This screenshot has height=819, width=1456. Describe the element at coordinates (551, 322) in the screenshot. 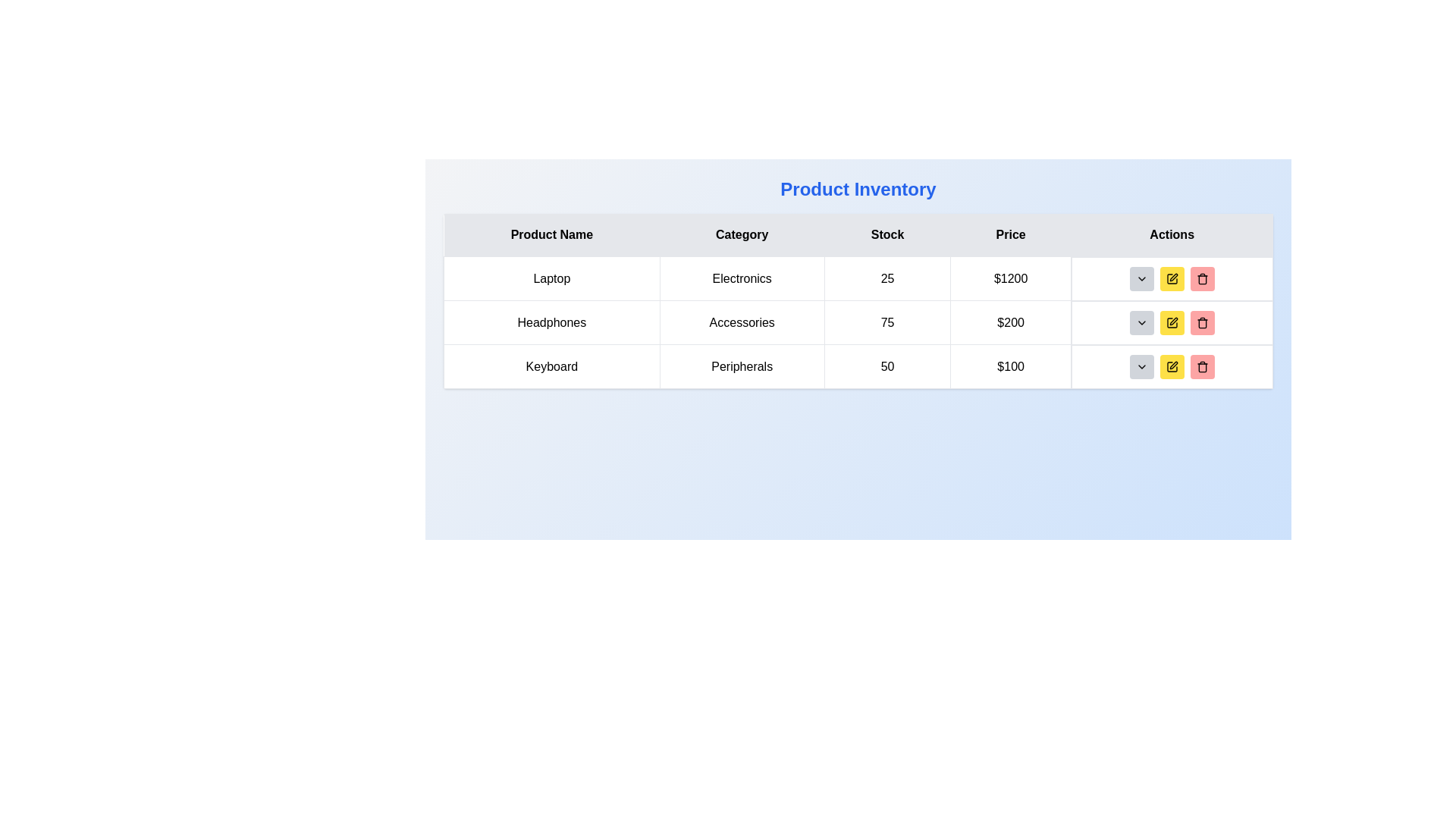

I see `text content of the label displaying 'Headphones', which is styled with center alignment and located under the 'Product Name' column in the second row of a tabular structure` at that location.